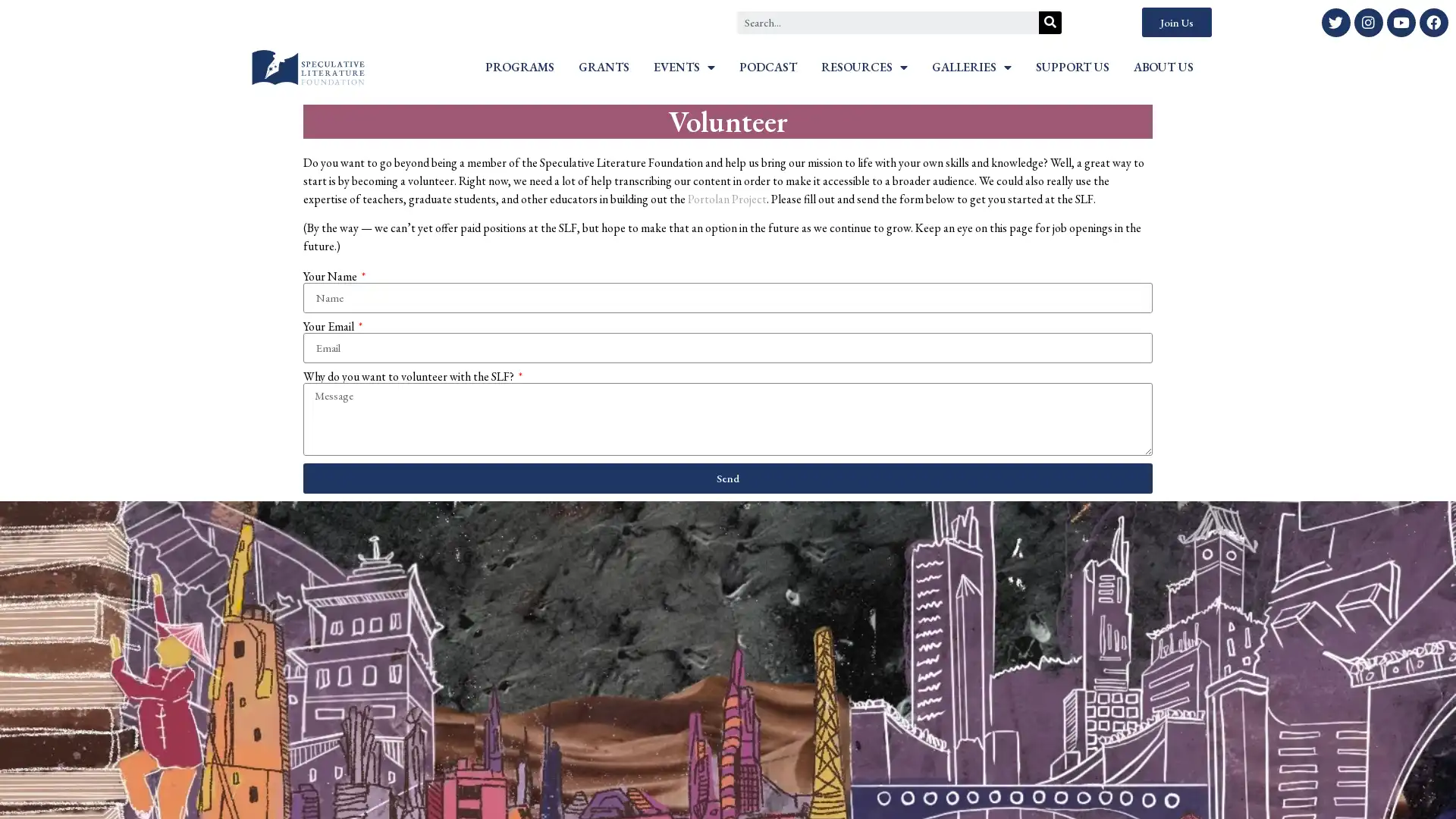  What do you see at coordinates (1050, 22) in the screenshot?
I see `Search` at bounding box center [1050, 22].